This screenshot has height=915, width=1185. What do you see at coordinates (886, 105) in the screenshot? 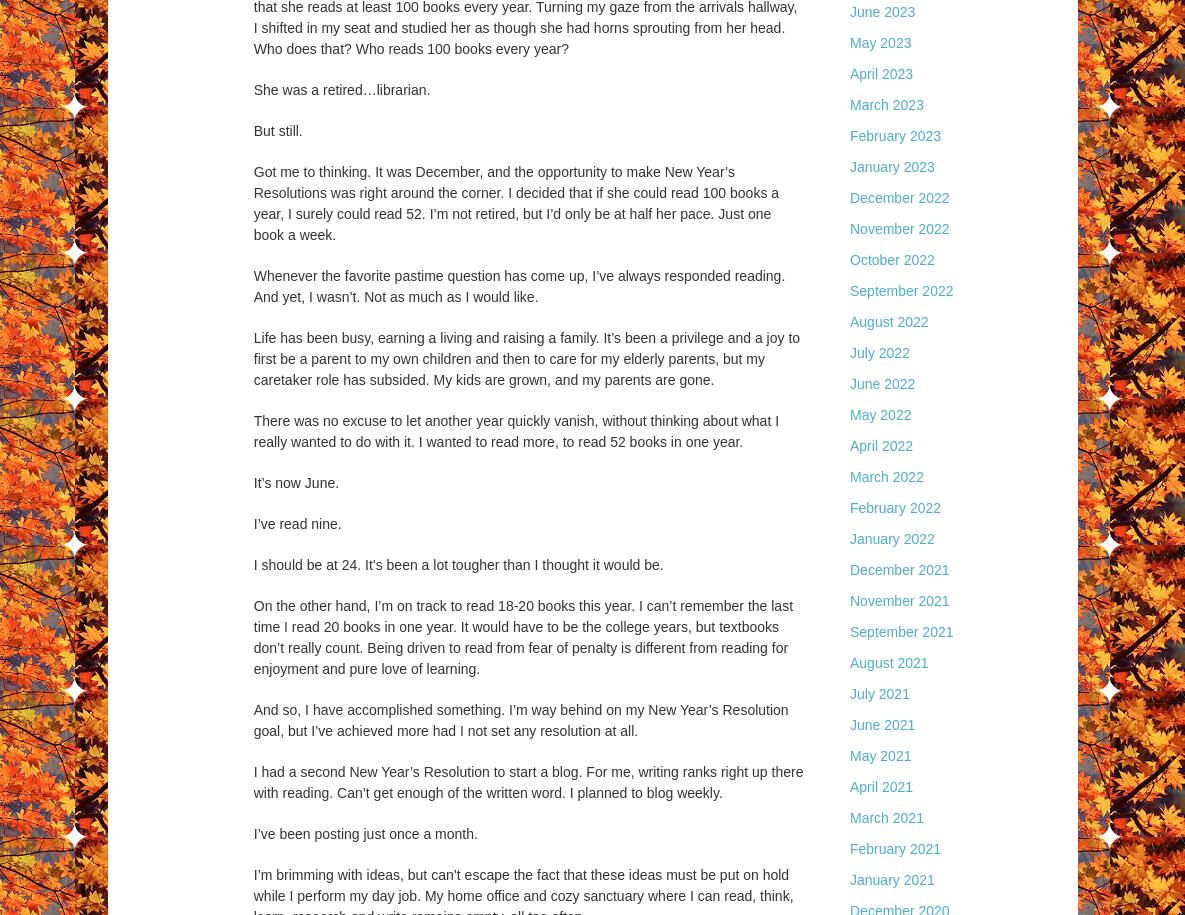
I see `'March 2023'` at bounding box center [886, 105].